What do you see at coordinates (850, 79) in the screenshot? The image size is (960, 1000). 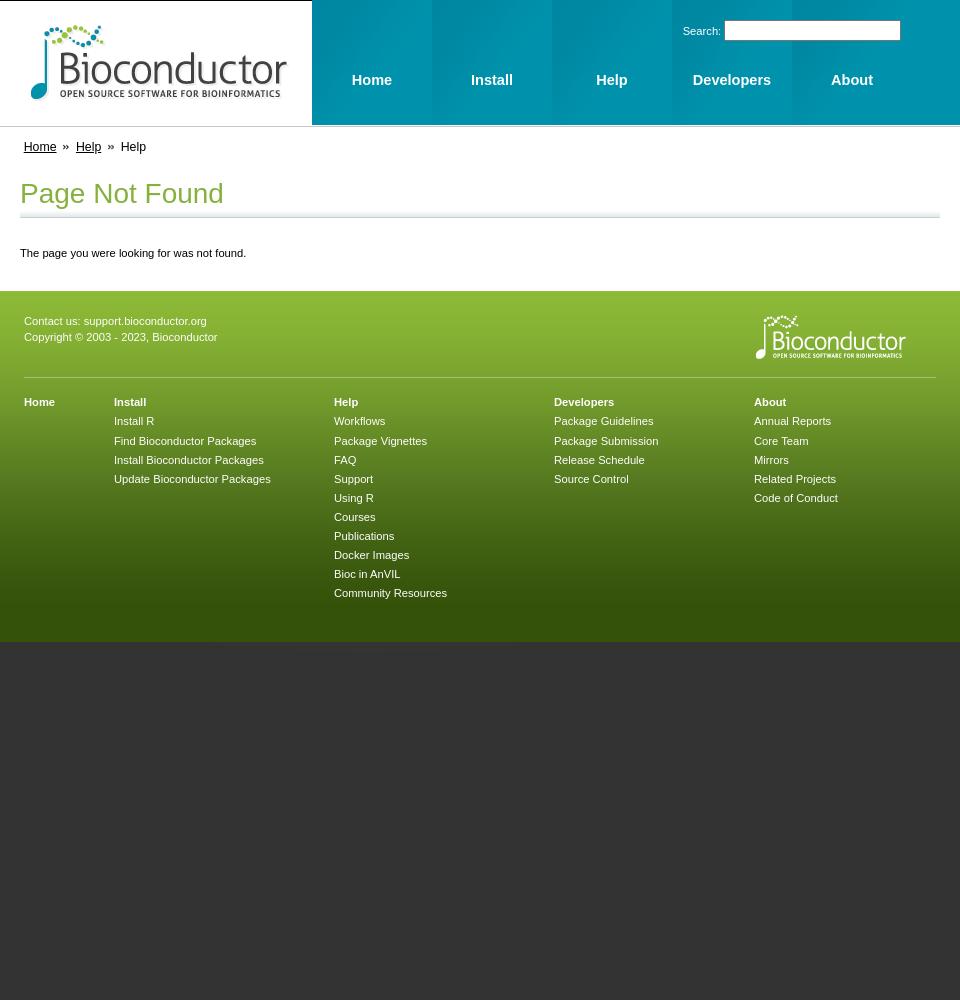 I see `'About'` at bounding box center [850, 79].